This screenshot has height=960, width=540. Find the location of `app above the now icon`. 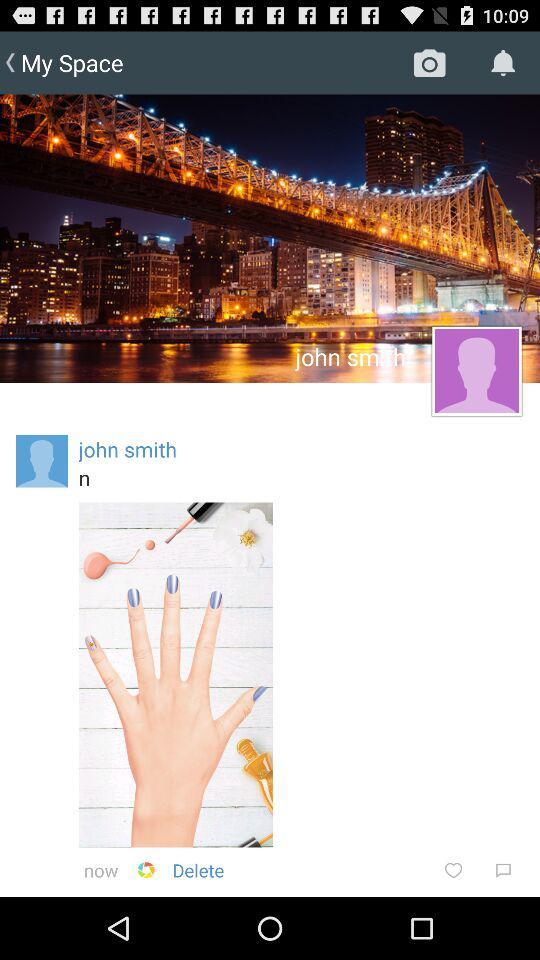

app above the now icon is located at coordinates (175, 674).